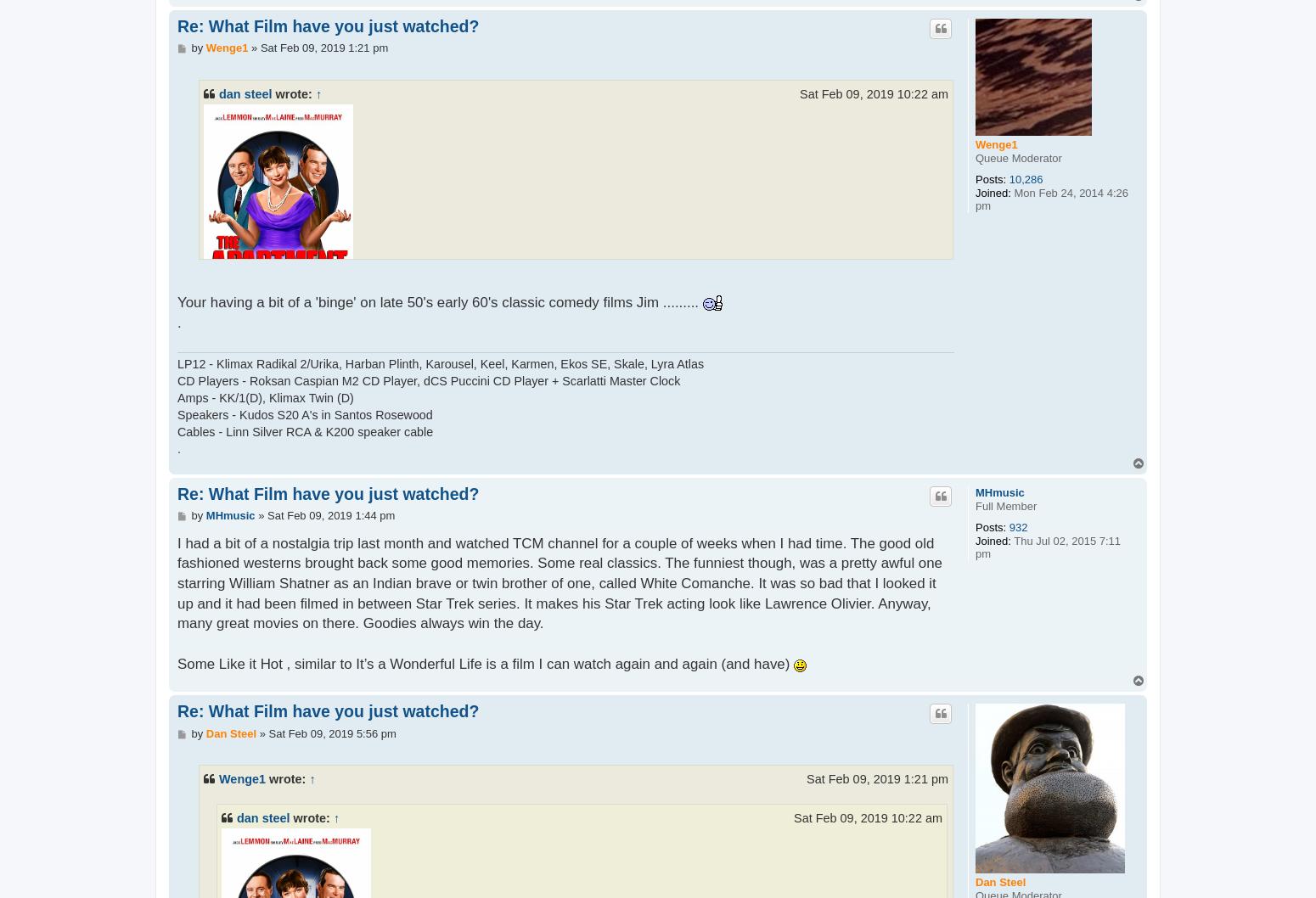 The width and height of the screenshot is (1316, 898). What do you see at coordinates (485, 663) in the screenshot?
I see `'Some Like it Hot , similar to It’s a Wonderful Life is a film I can watch again and again (and have)'` at bounding box center [485, 663].